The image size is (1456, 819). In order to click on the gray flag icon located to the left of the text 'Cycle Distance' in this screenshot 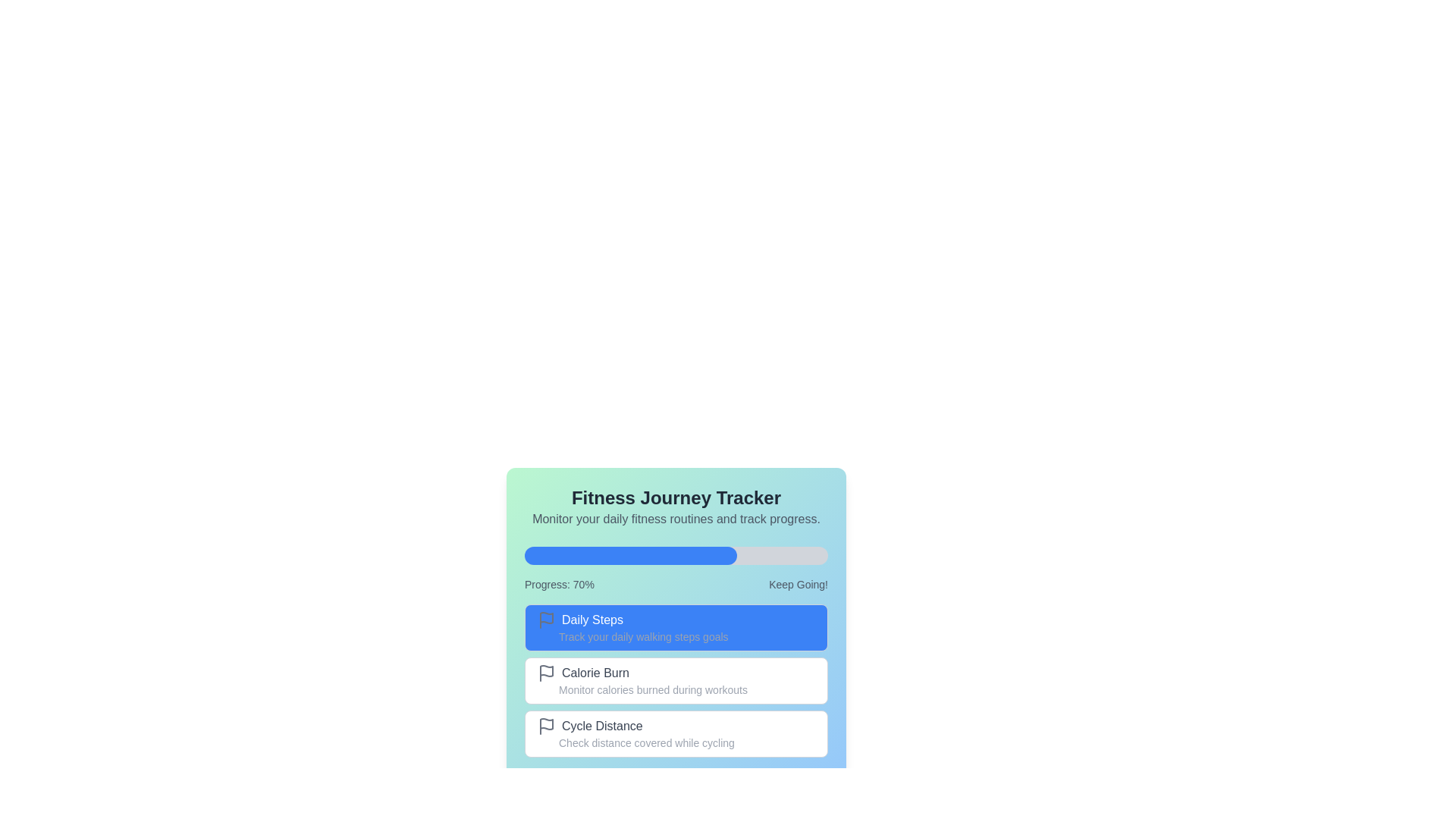, I will do `click(546, 725)`.